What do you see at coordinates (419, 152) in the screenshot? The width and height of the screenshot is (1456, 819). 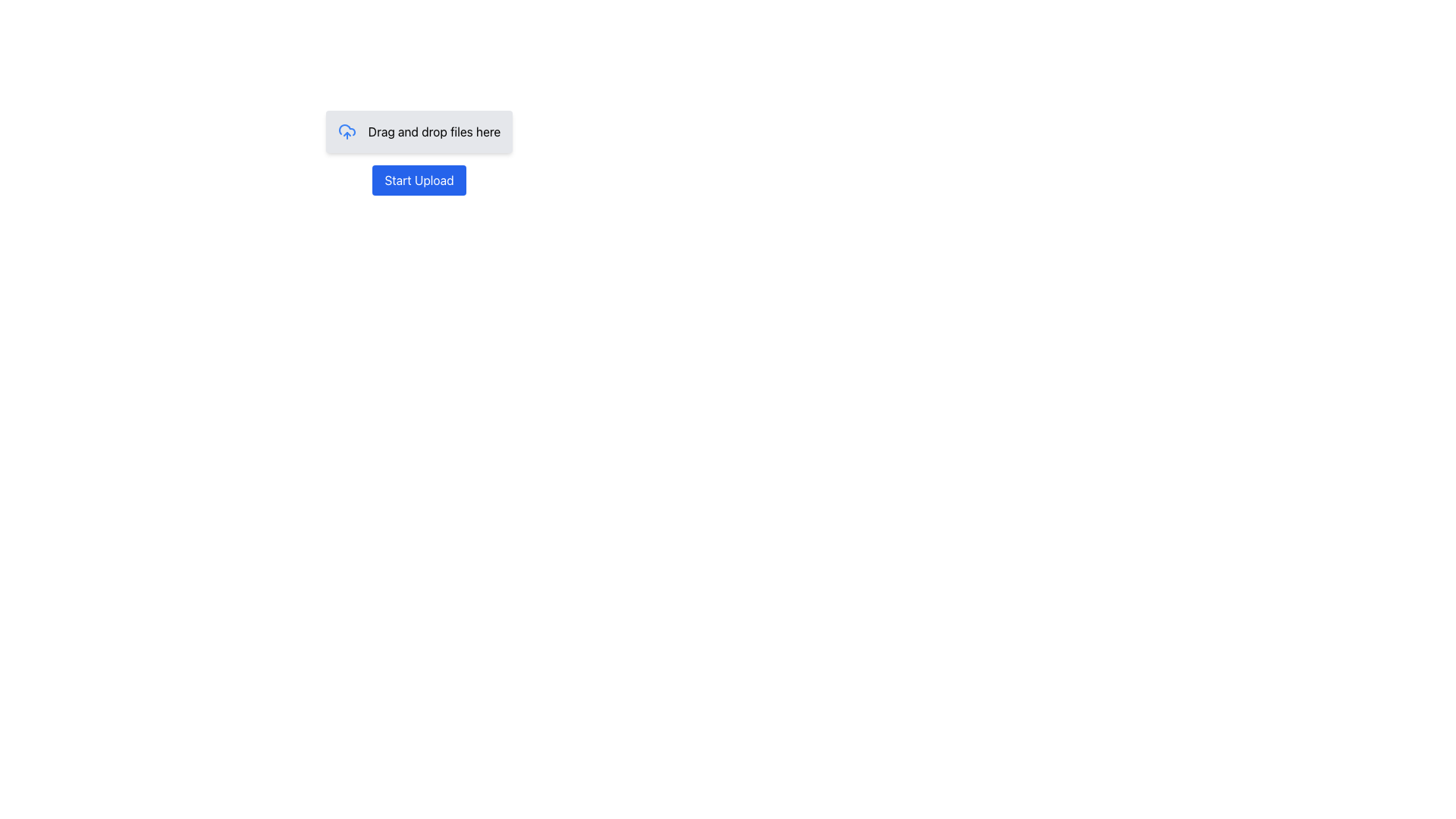 I see `the Upload Section area` at bounding box center [419, 152].